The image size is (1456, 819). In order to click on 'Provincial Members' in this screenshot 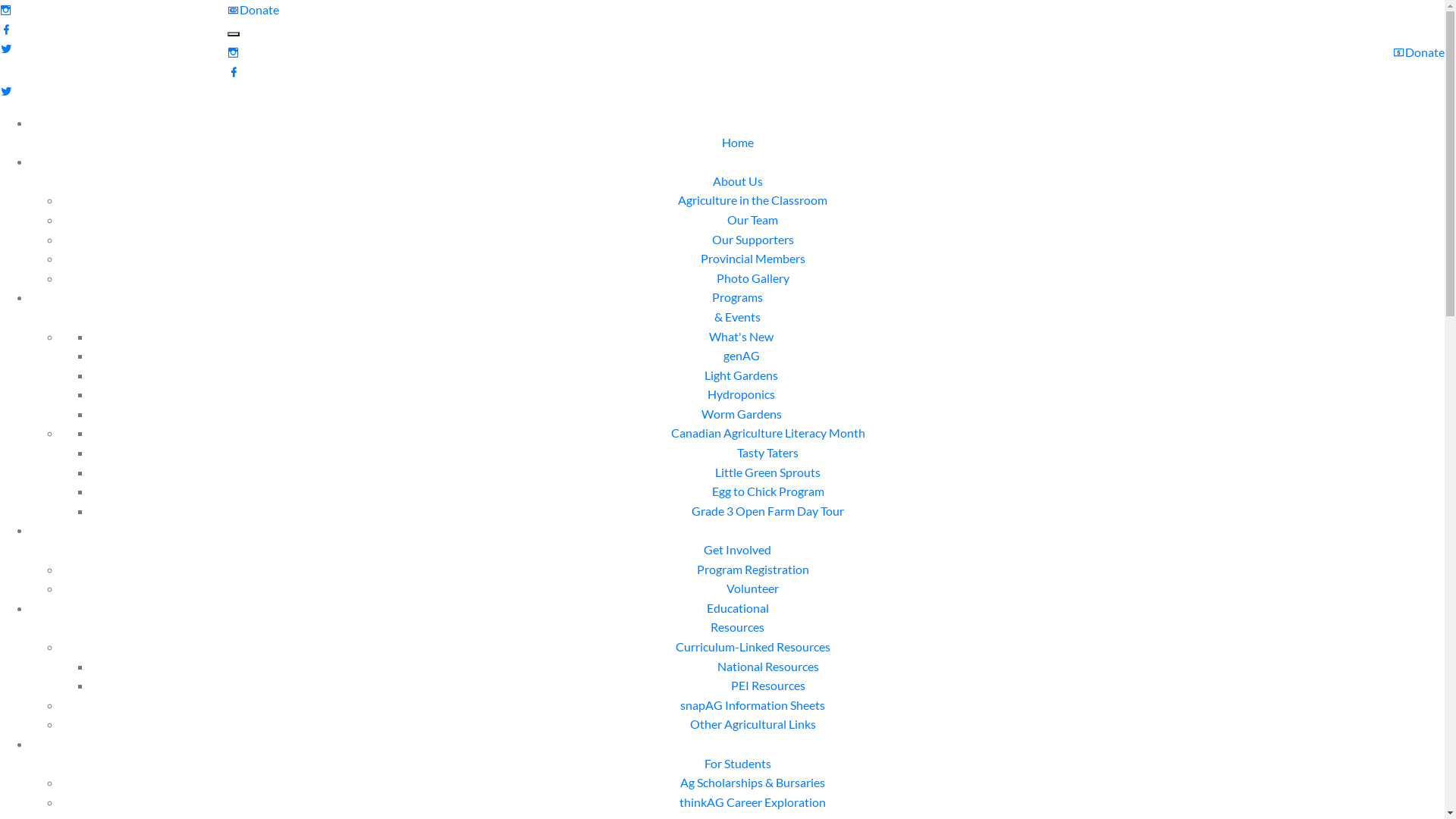, I will do `click(753, 257)`.